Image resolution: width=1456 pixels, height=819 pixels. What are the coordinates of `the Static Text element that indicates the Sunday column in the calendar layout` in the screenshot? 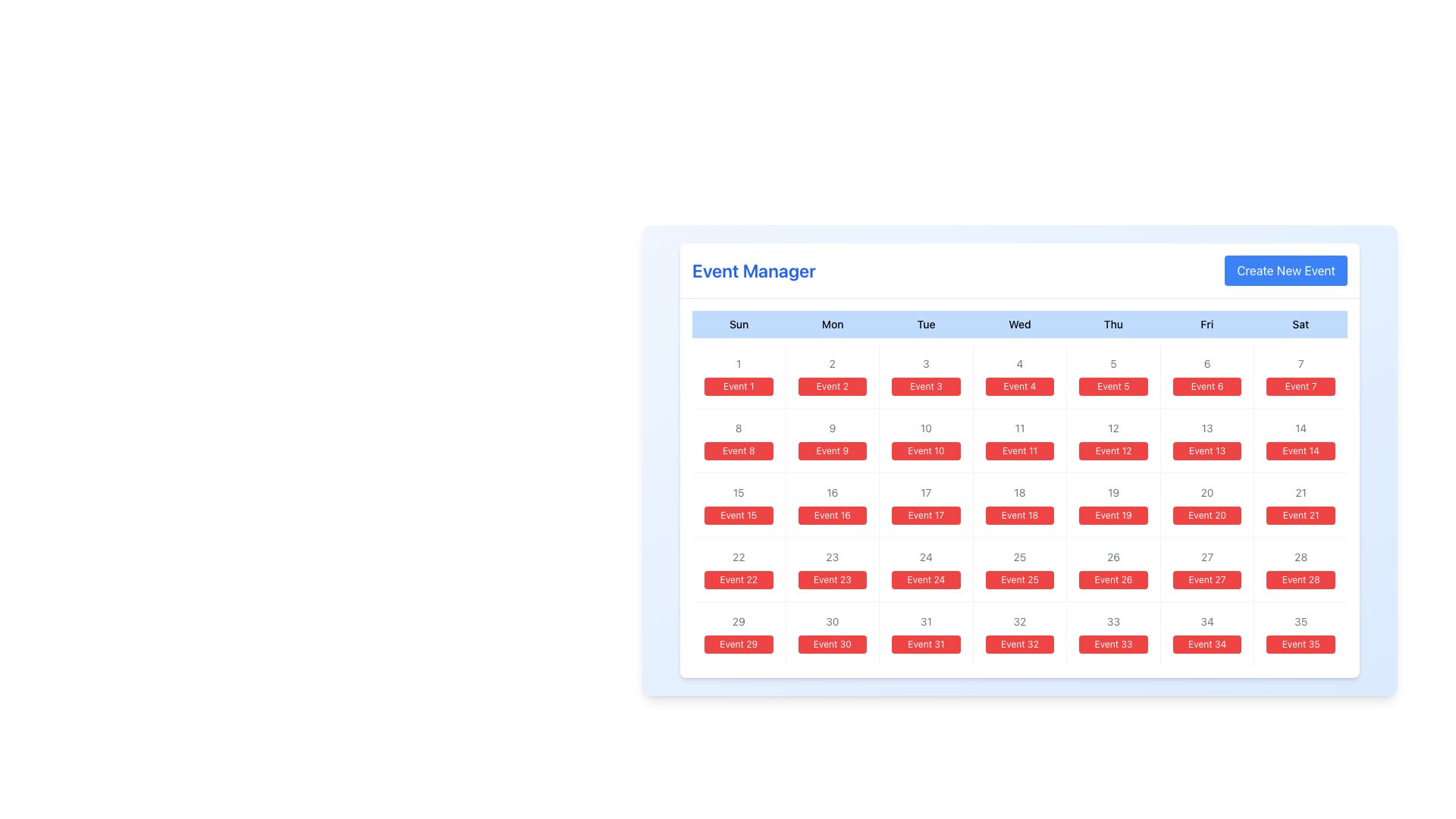 It's located at (739, 324).